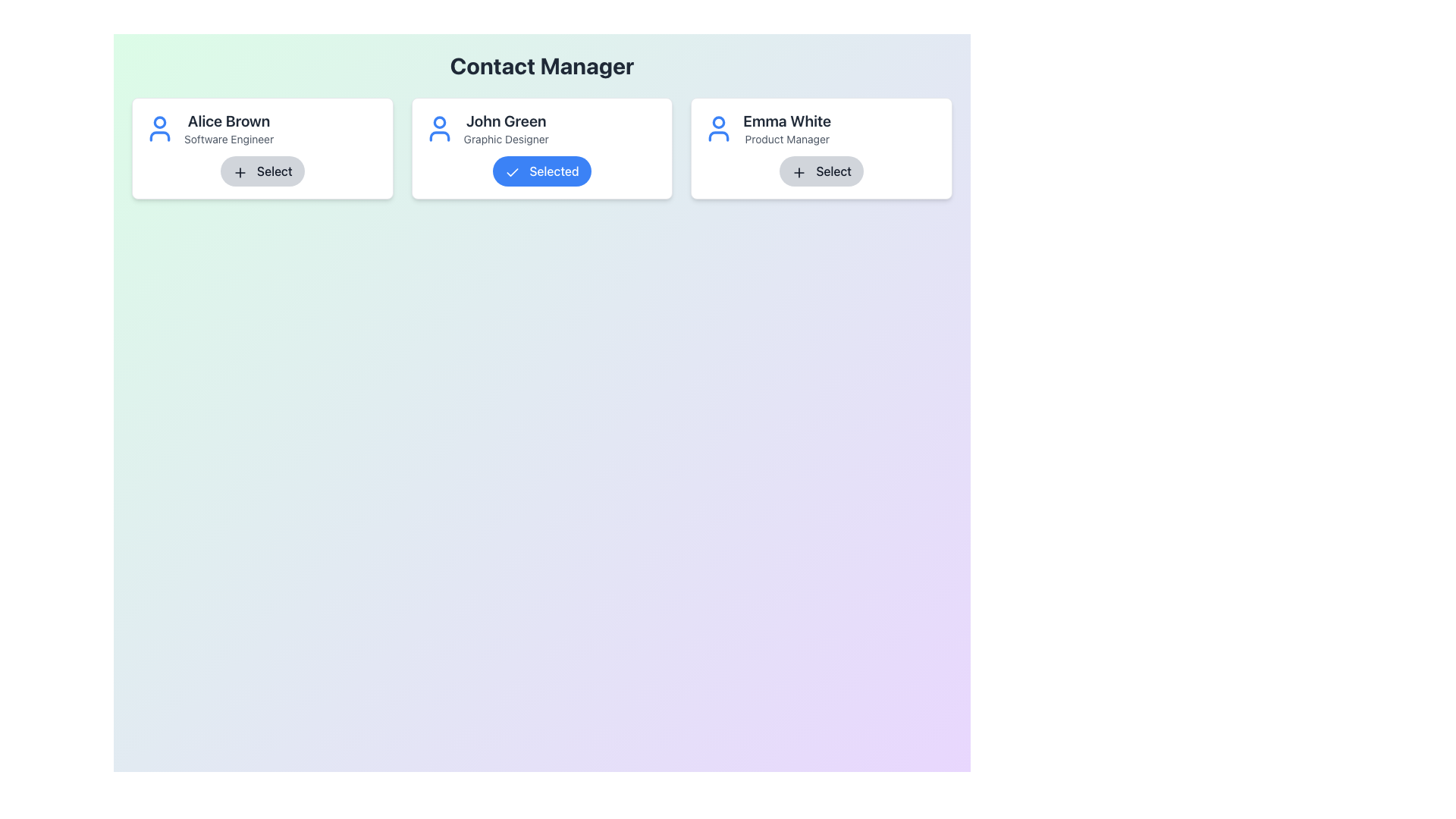  I want to click on the contact's name and role representation in the center card under the 'Contact Manager' heading, so click(542, 127).